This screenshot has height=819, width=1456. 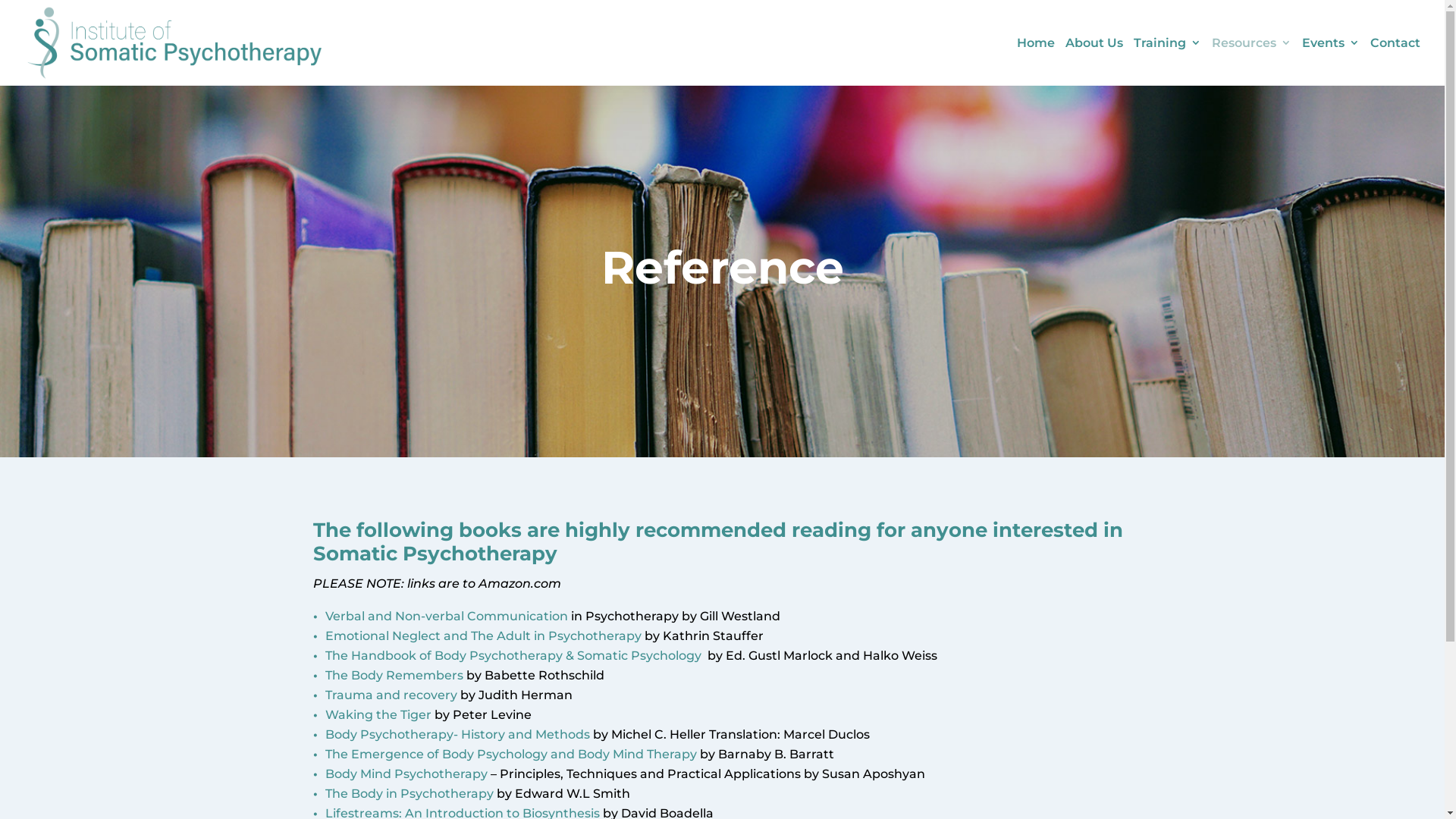 I want to click on 'About Us', so click(x=1094, y=61).